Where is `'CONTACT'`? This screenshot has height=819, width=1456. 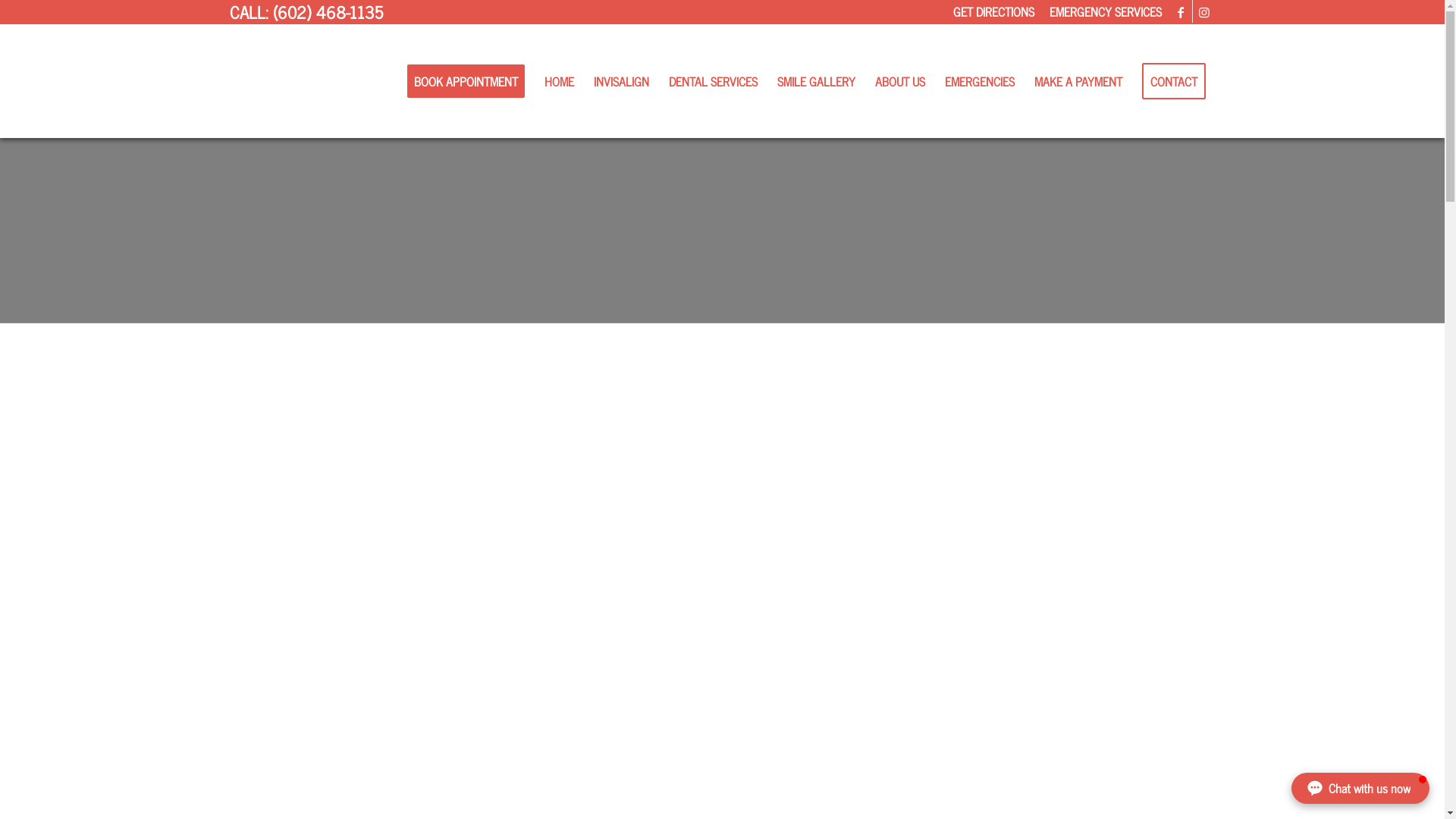
'CONTACT' is located at coordinates (1131, 81).